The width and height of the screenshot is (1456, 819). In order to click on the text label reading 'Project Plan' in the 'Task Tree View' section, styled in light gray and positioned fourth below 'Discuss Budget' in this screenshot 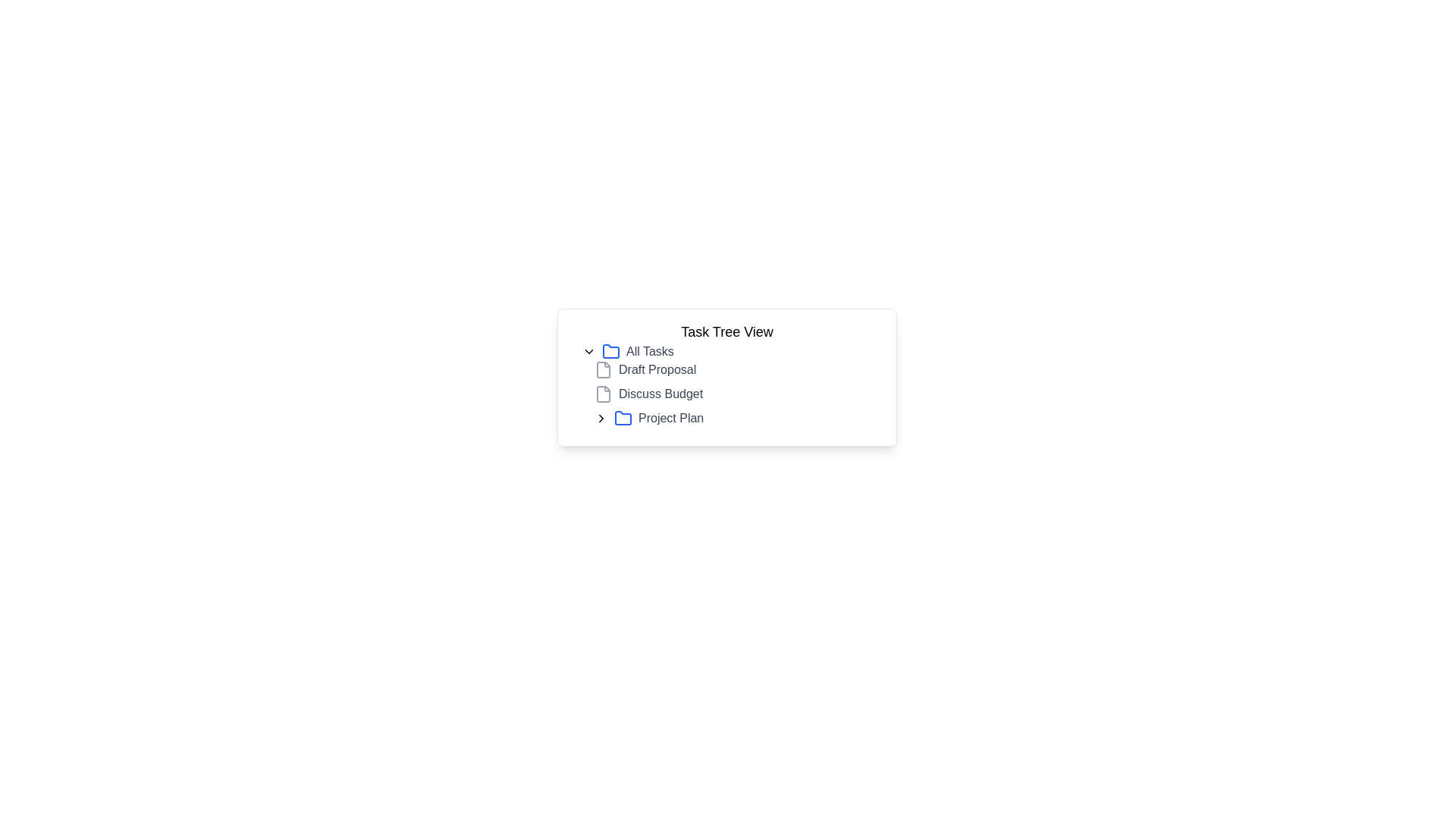, I will do `click(670, 418)`.